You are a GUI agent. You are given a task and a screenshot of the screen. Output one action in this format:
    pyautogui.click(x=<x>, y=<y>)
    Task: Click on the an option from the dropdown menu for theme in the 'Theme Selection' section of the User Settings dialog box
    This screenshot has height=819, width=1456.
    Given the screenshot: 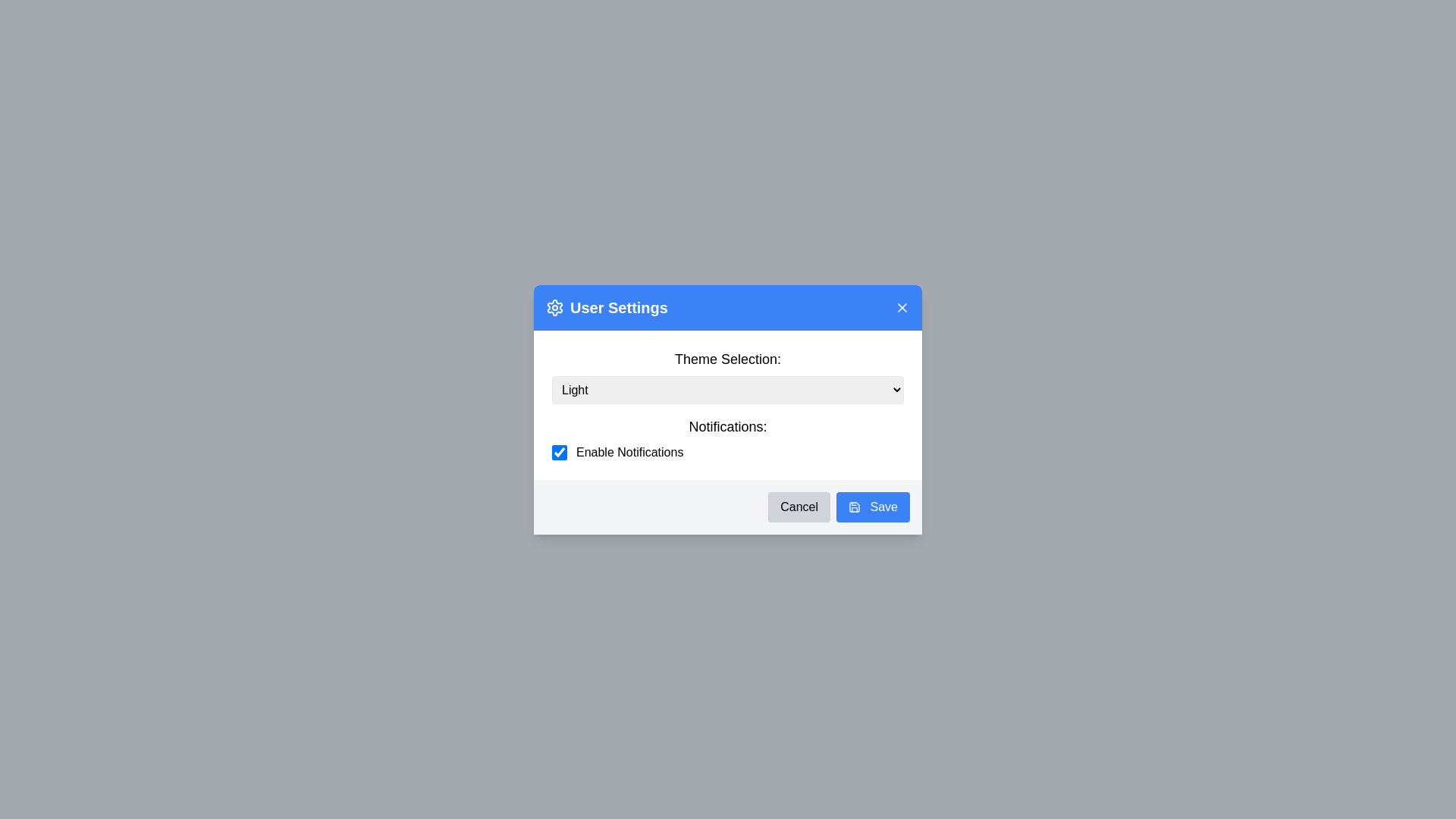 What is the action you would take?
    pyautogui.click(x=728, y=403)
    